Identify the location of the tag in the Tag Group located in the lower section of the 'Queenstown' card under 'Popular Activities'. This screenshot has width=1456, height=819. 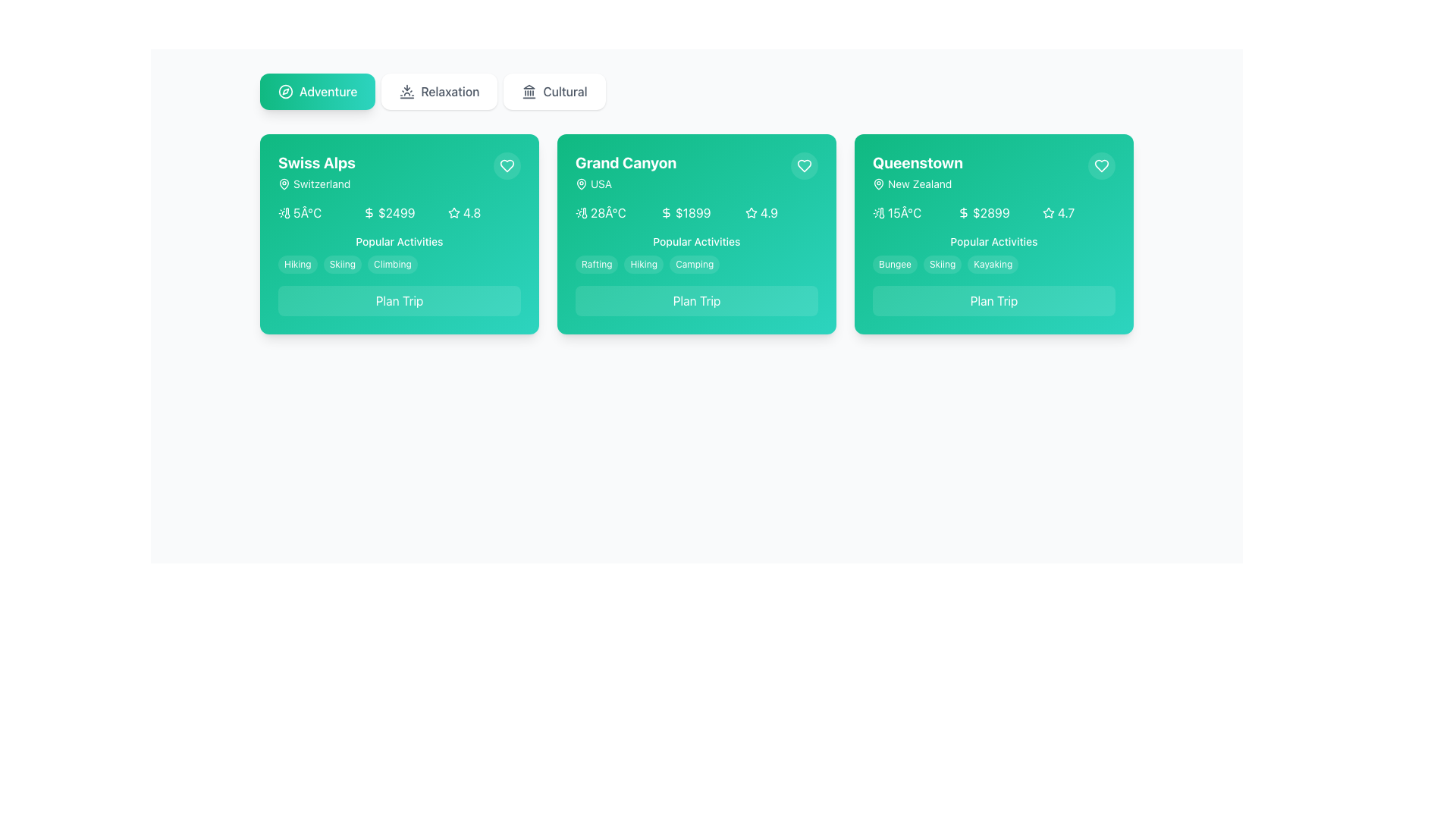
(993, 253).